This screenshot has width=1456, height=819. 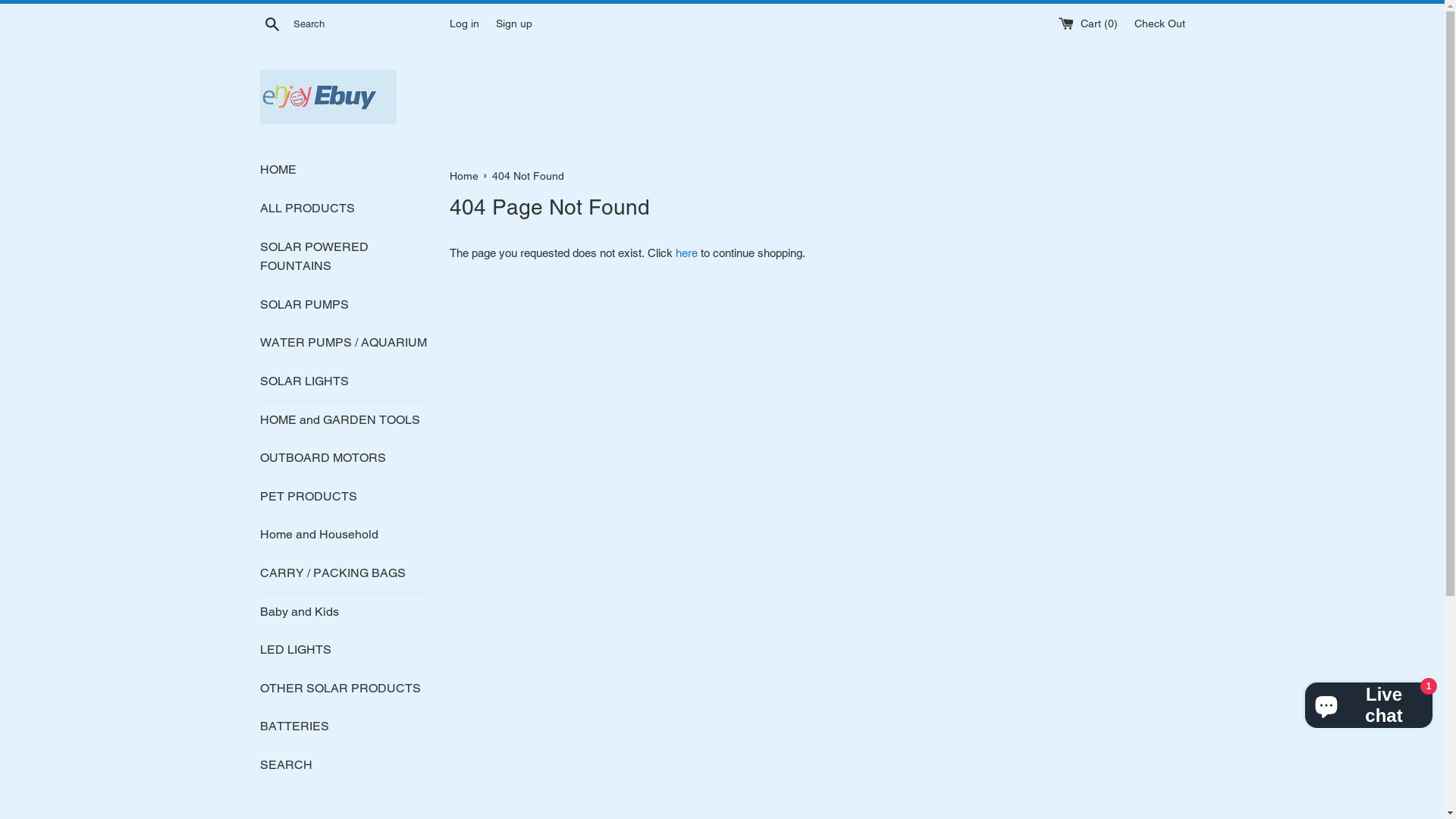 What do you see at coordinates (341, 208) in the screenshot?
I see `'ALL PRODUCTS'` at bounding box center [341, 208].